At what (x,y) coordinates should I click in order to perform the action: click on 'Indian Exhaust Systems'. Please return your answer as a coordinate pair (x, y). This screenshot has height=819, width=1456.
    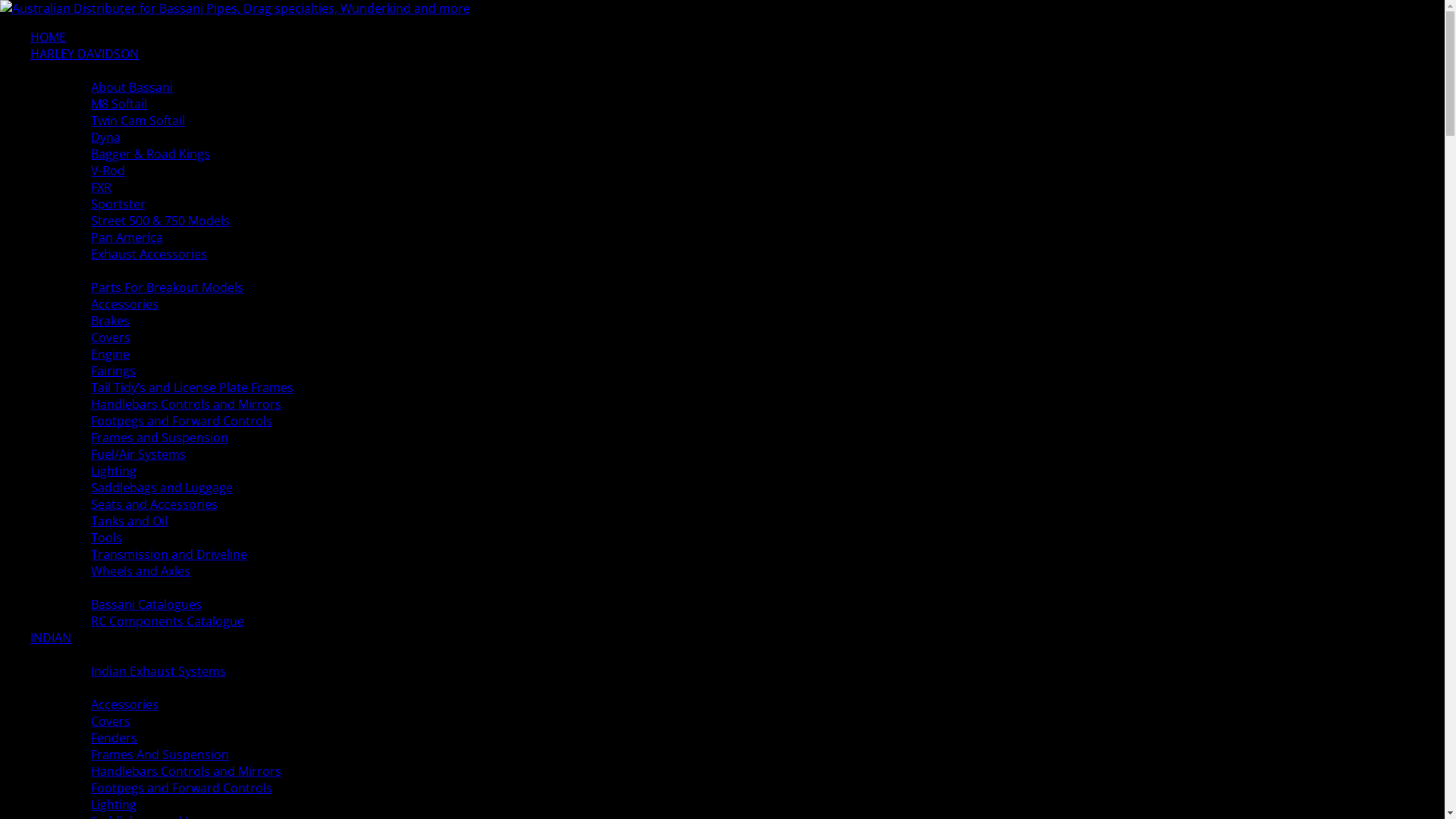
    Looking at the image, I should click on (158, 670).